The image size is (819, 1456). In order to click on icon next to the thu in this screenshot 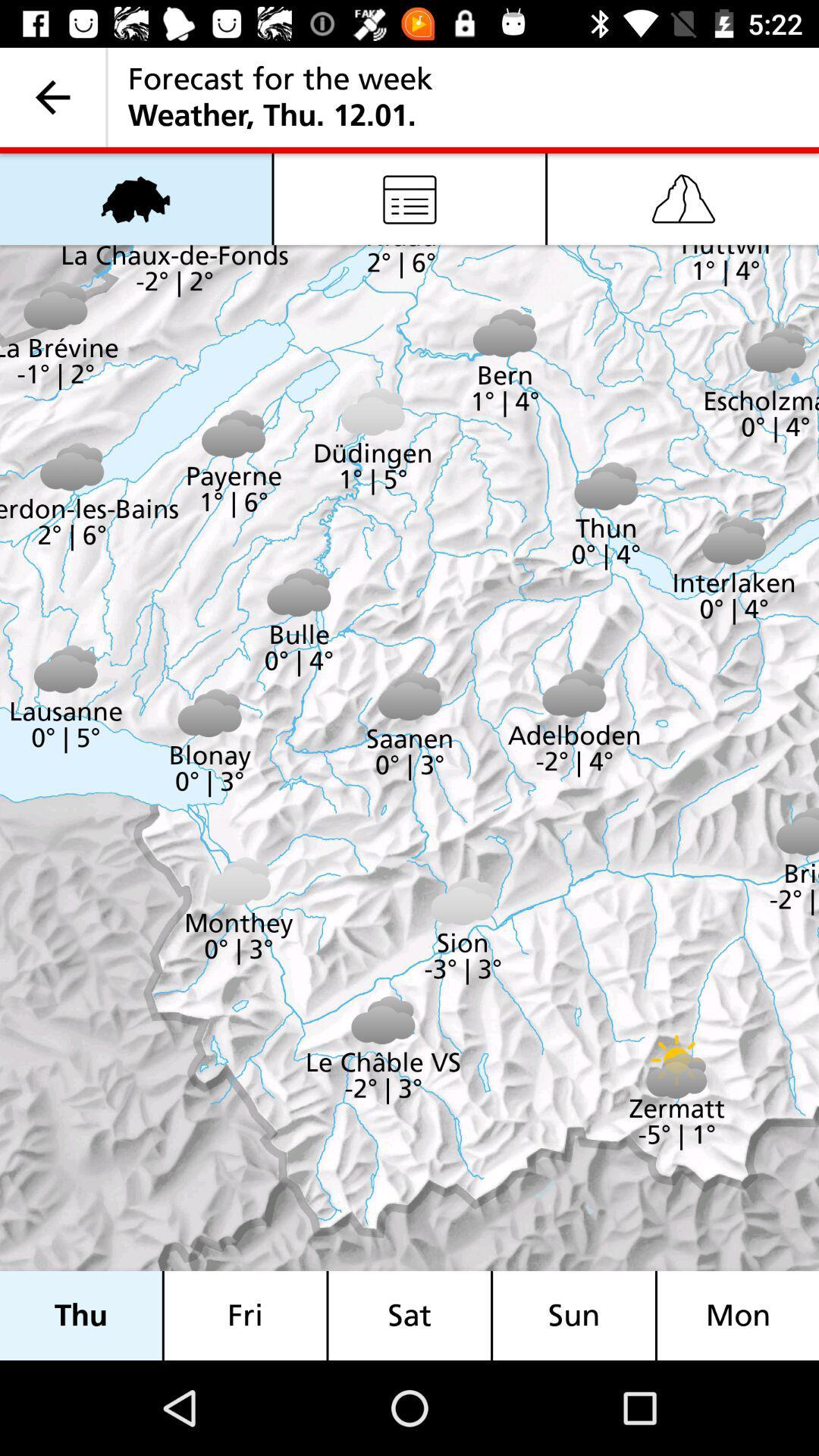, I will do `click(244, 1315)`.